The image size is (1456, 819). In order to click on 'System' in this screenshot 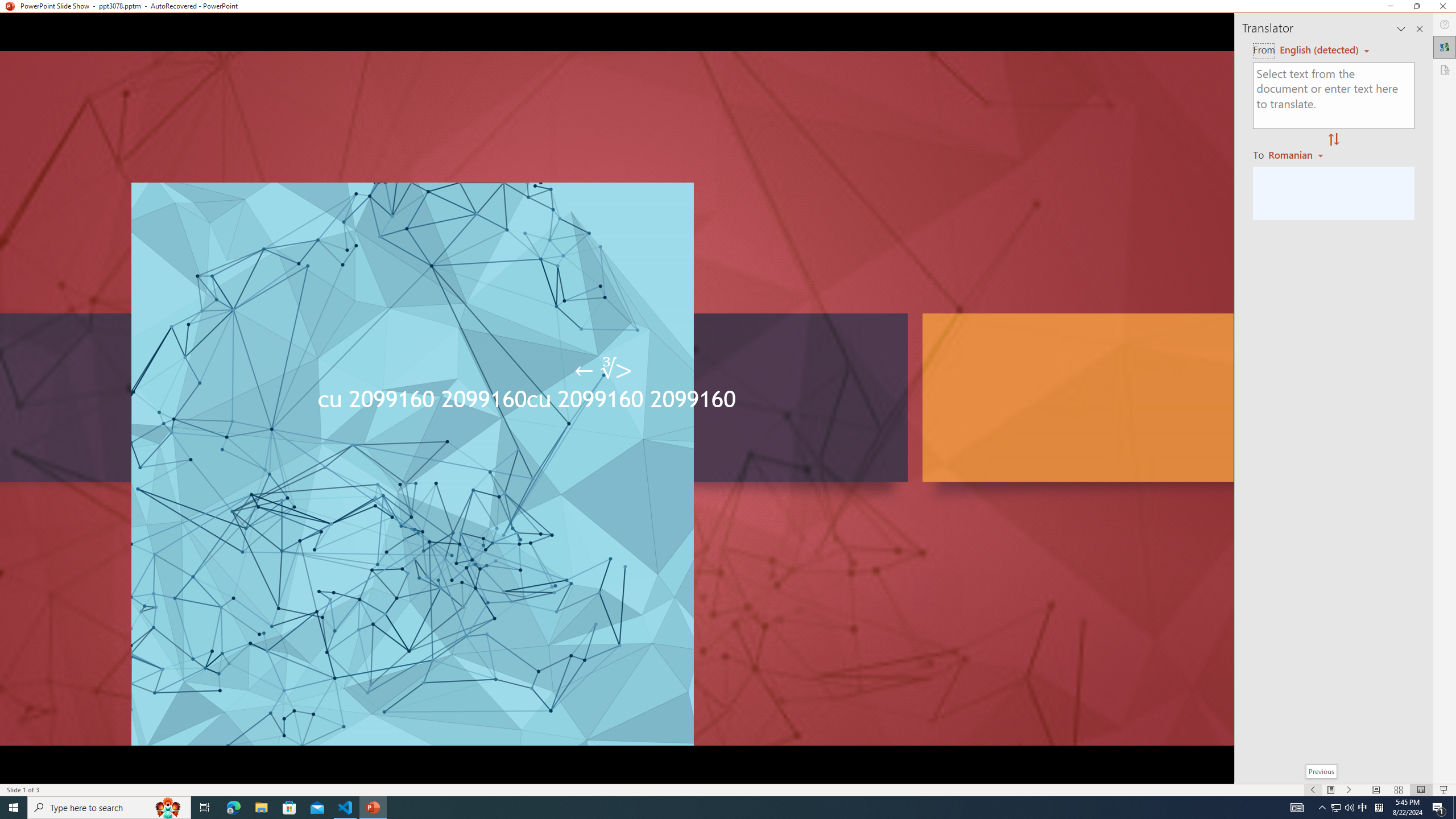, I will do `click(6, 5)`.